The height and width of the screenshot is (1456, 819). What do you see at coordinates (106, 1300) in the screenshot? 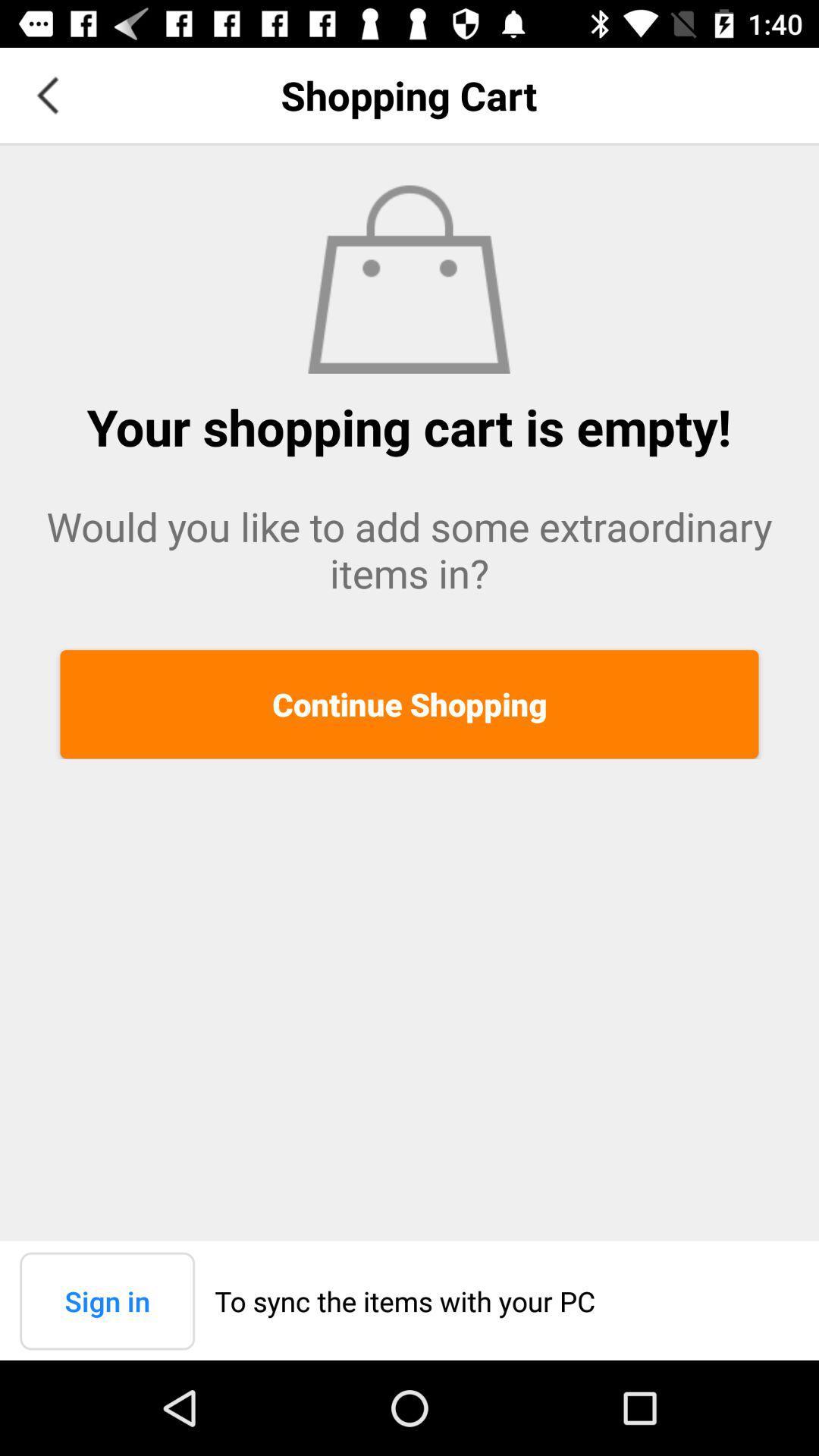
I see `the item to the left of the to sync the` at bounding box center [106, 1300].